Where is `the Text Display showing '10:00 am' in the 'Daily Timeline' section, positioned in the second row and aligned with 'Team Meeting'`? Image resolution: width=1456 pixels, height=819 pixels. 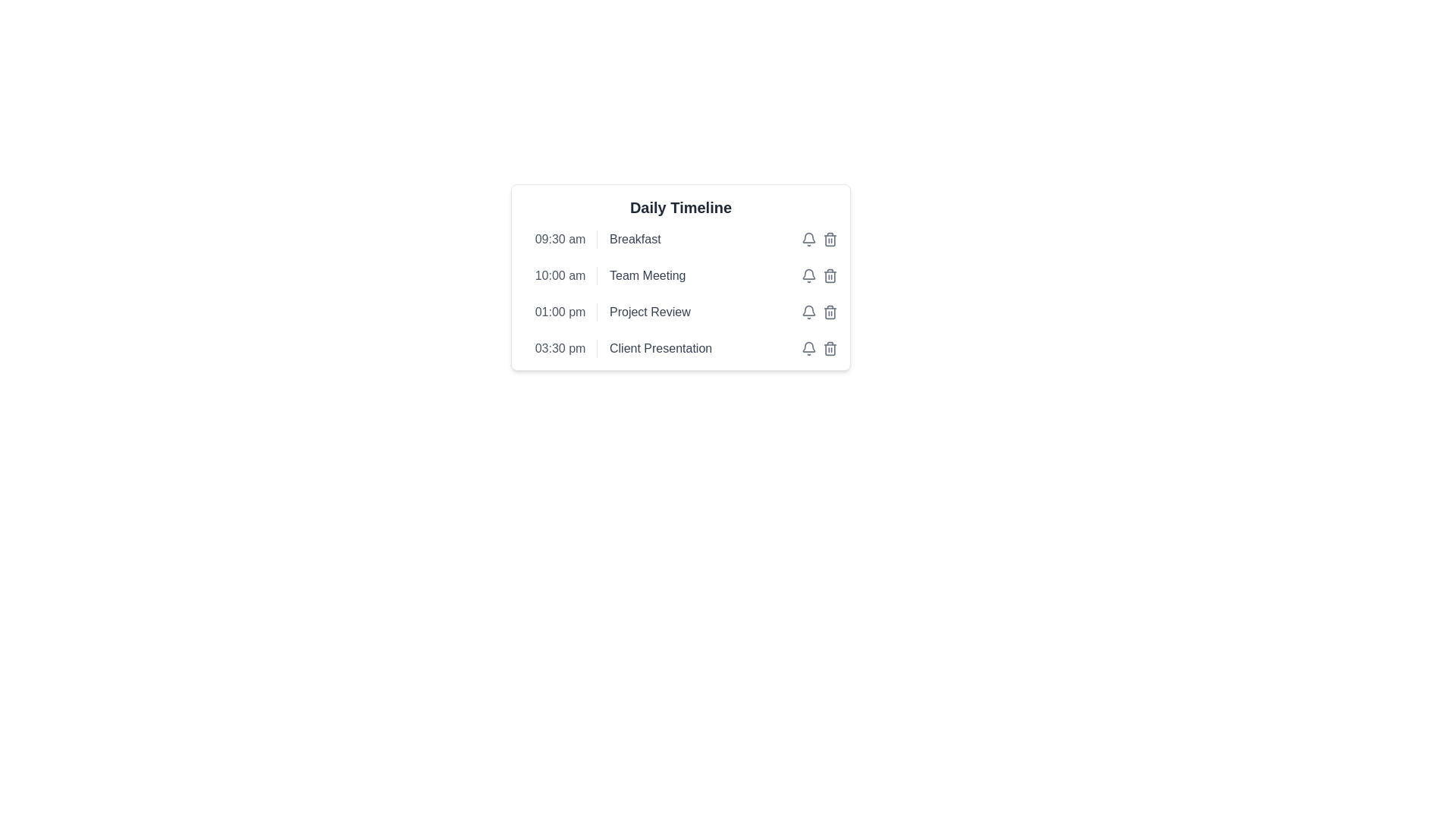 the Text Display showing '10:00 am' in the 'Daily Timeline' section, positioned in the second row and aligned with 'Team Meeting' is located at coordinates (560, 275).